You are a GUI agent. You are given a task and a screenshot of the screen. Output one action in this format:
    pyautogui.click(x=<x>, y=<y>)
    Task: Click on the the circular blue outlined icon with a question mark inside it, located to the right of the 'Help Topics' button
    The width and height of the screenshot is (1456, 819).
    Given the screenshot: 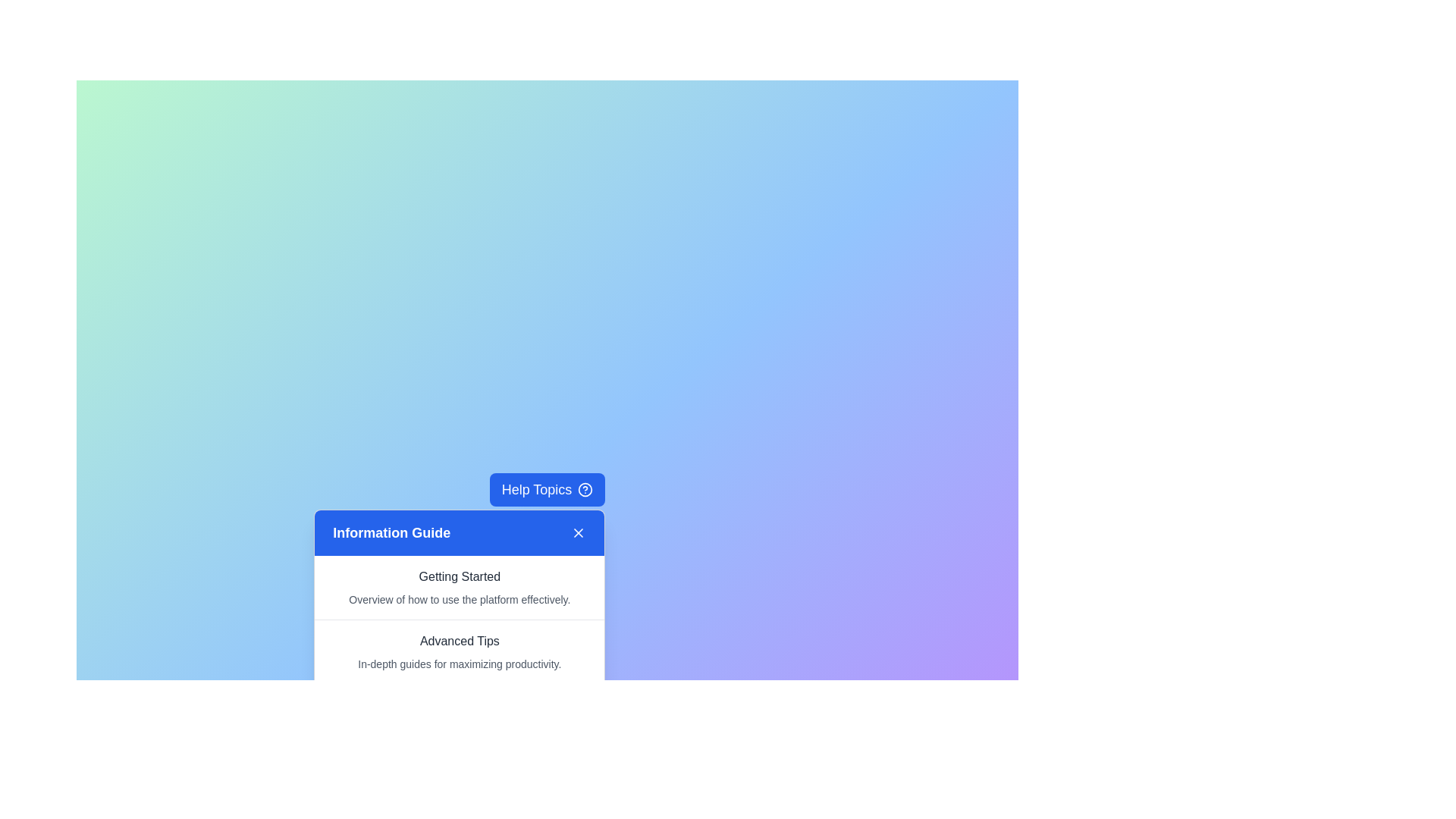 What is the action you would take?
    pyautogui.click(x=585, y=489)
    